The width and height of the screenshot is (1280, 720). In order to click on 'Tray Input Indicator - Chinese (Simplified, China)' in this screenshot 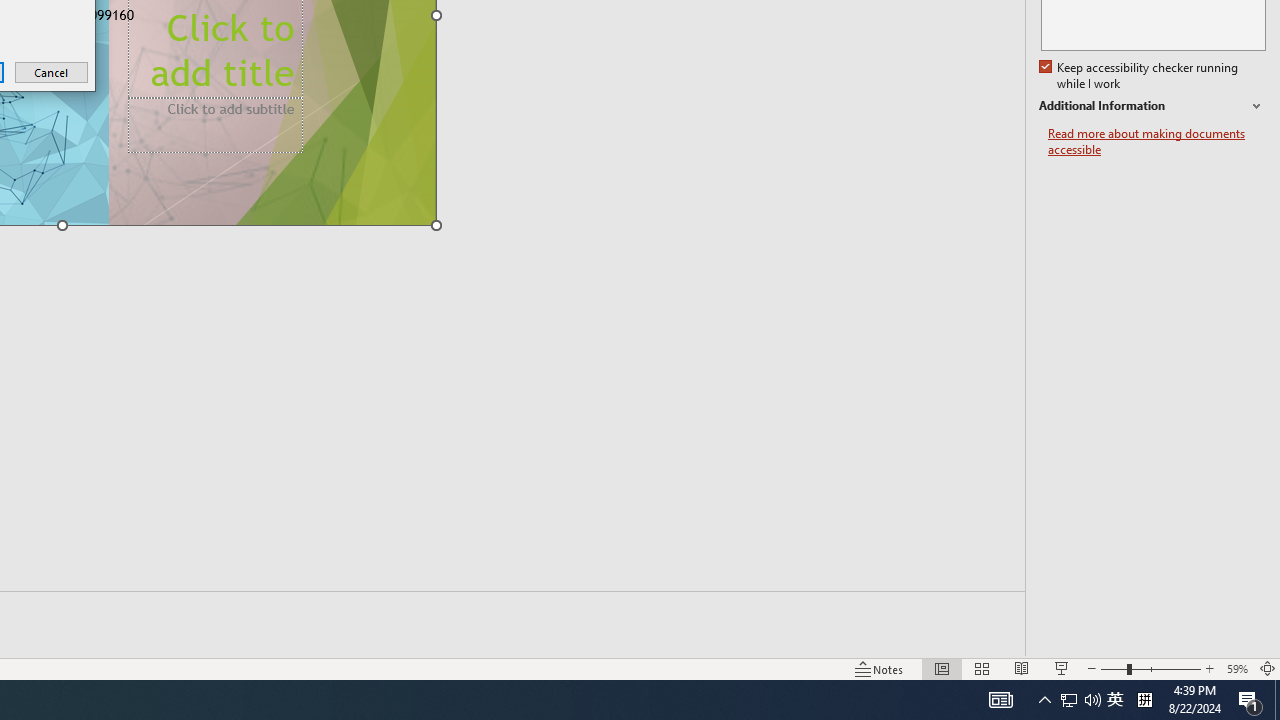, I will do `click(1079, 698)`.